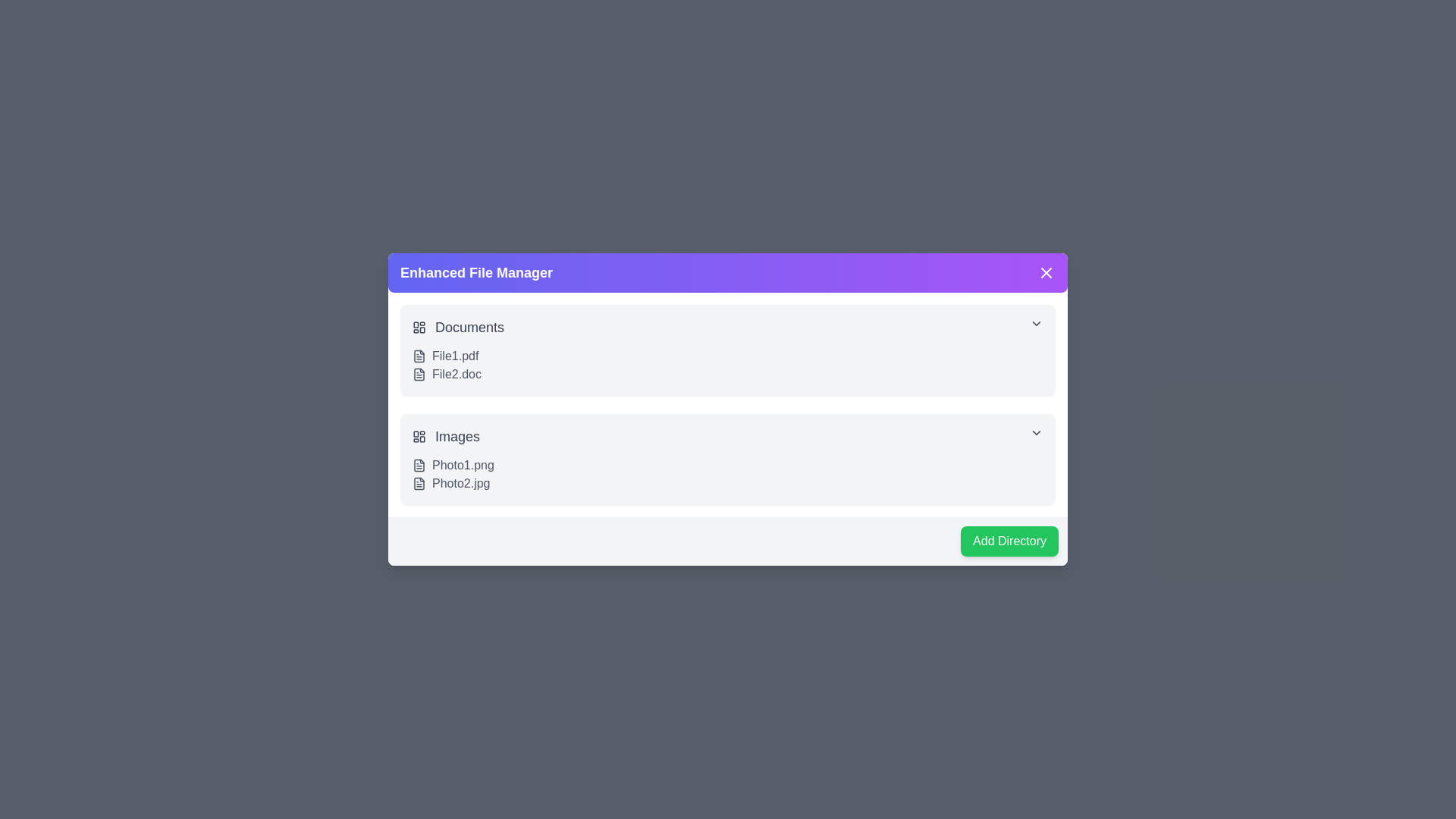  I want to click on the file File2.doc listed under the directory Documents, so click(419, 374).